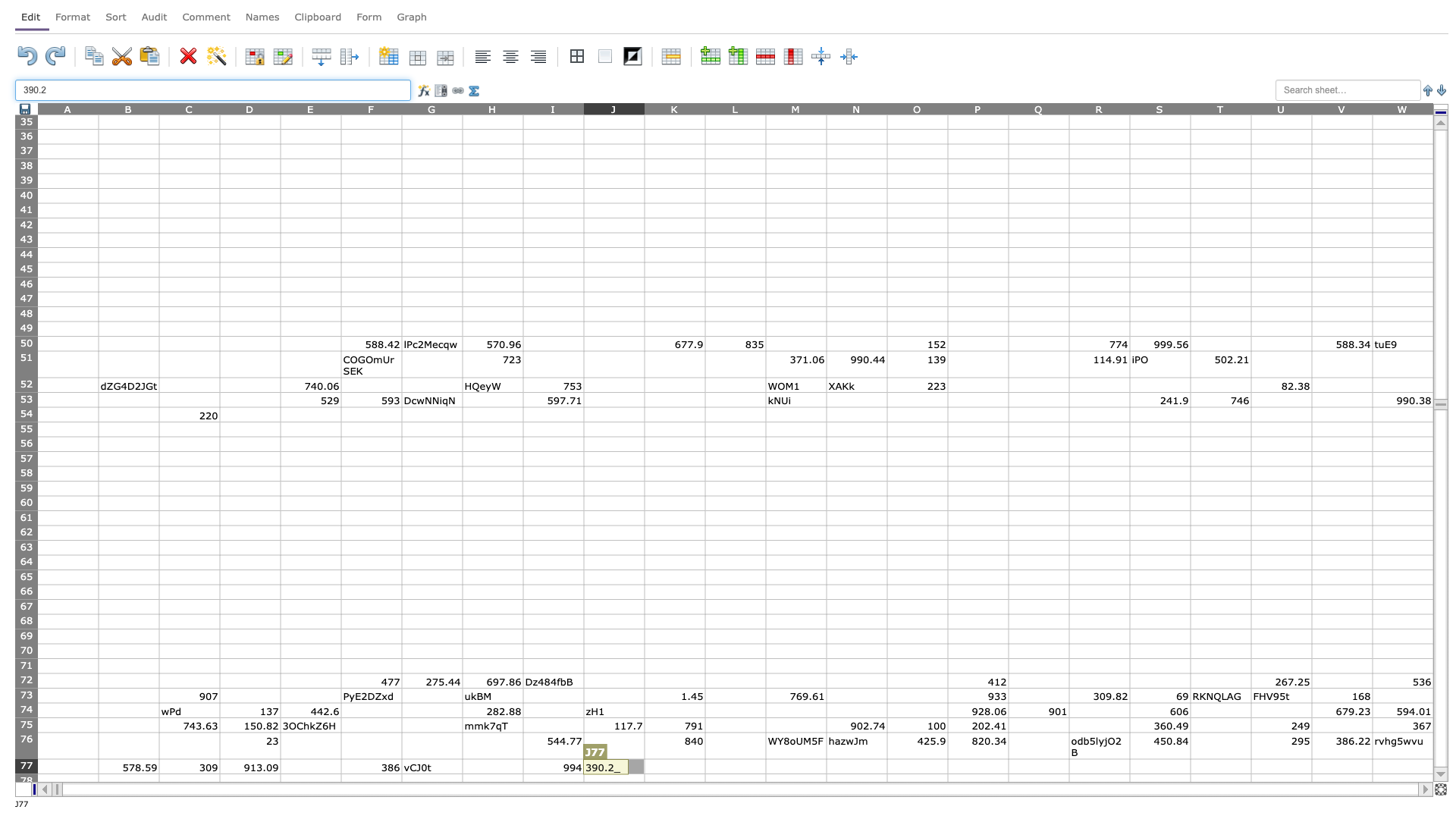  I want to click on top left corner of cell L77, so click(704, 759).